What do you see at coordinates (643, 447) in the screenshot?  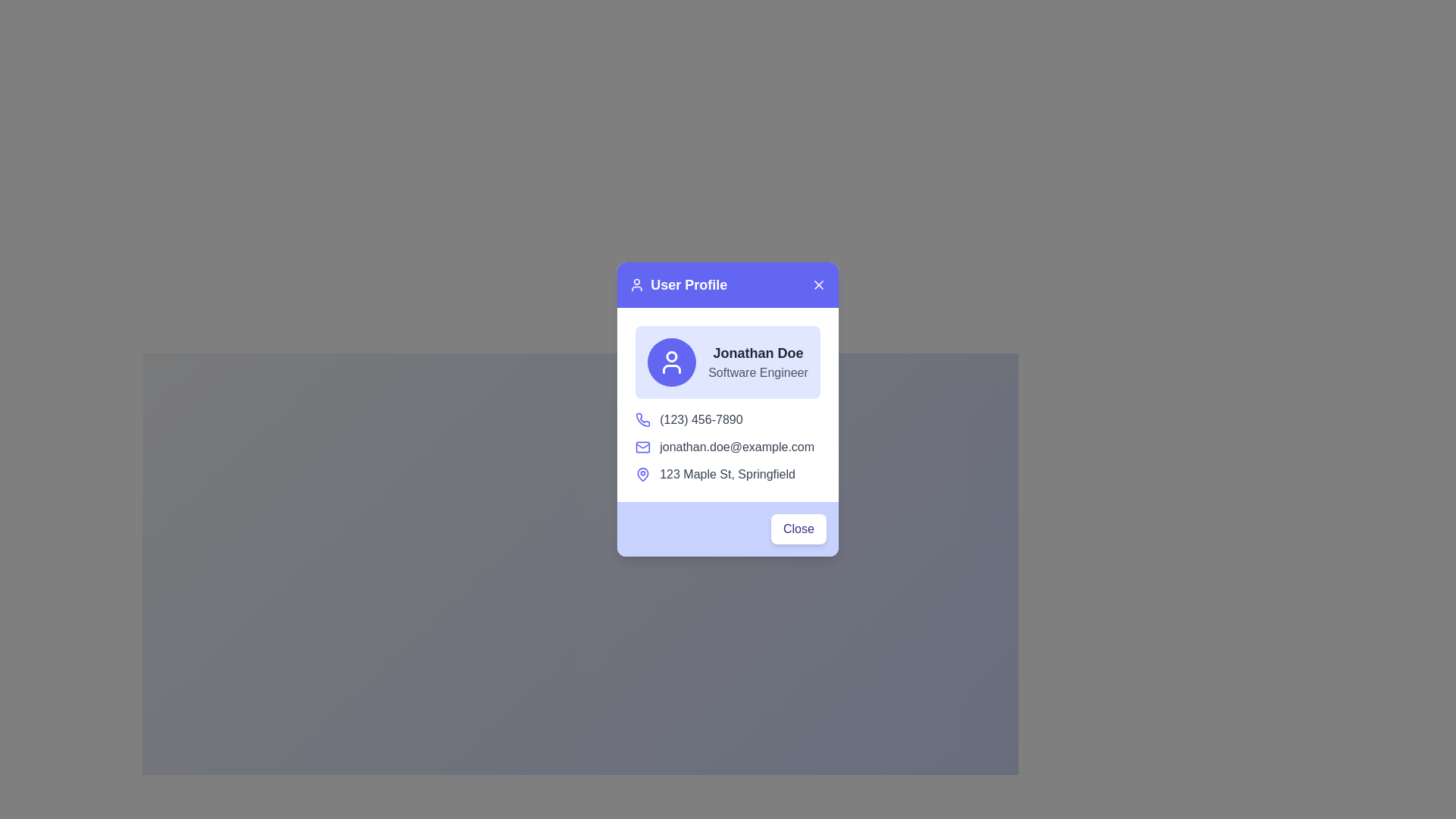 I see `the mail icon, which is an outlined envelope in bold text-indigo-500 color, located to the left of the email address 'jonathan.doe@example.com' within the profile card` at bounding box center [643, 447].